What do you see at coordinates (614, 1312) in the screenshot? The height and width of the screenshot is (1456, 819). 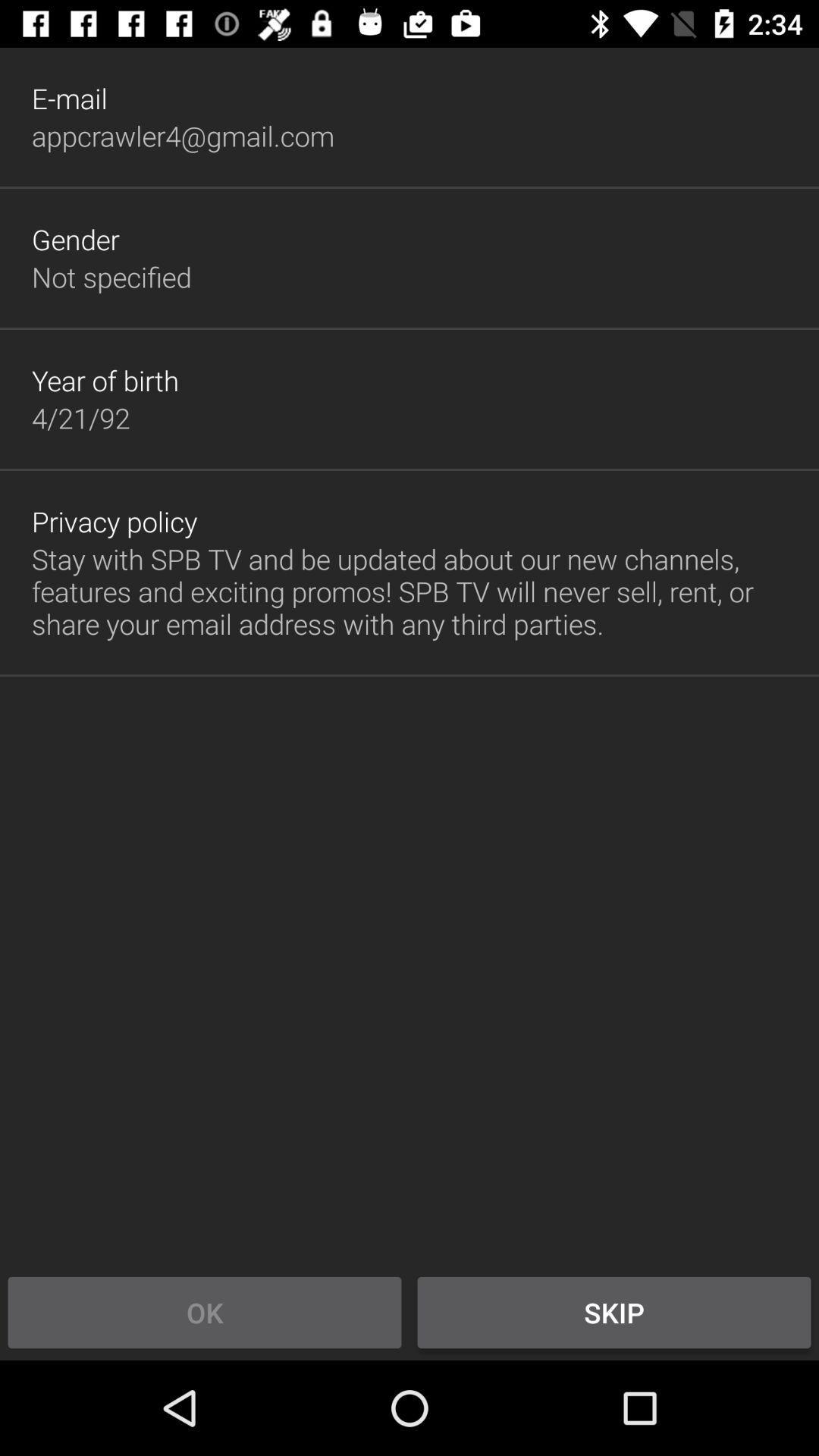 I see `the skip item` at bounding box center [614, 1312].